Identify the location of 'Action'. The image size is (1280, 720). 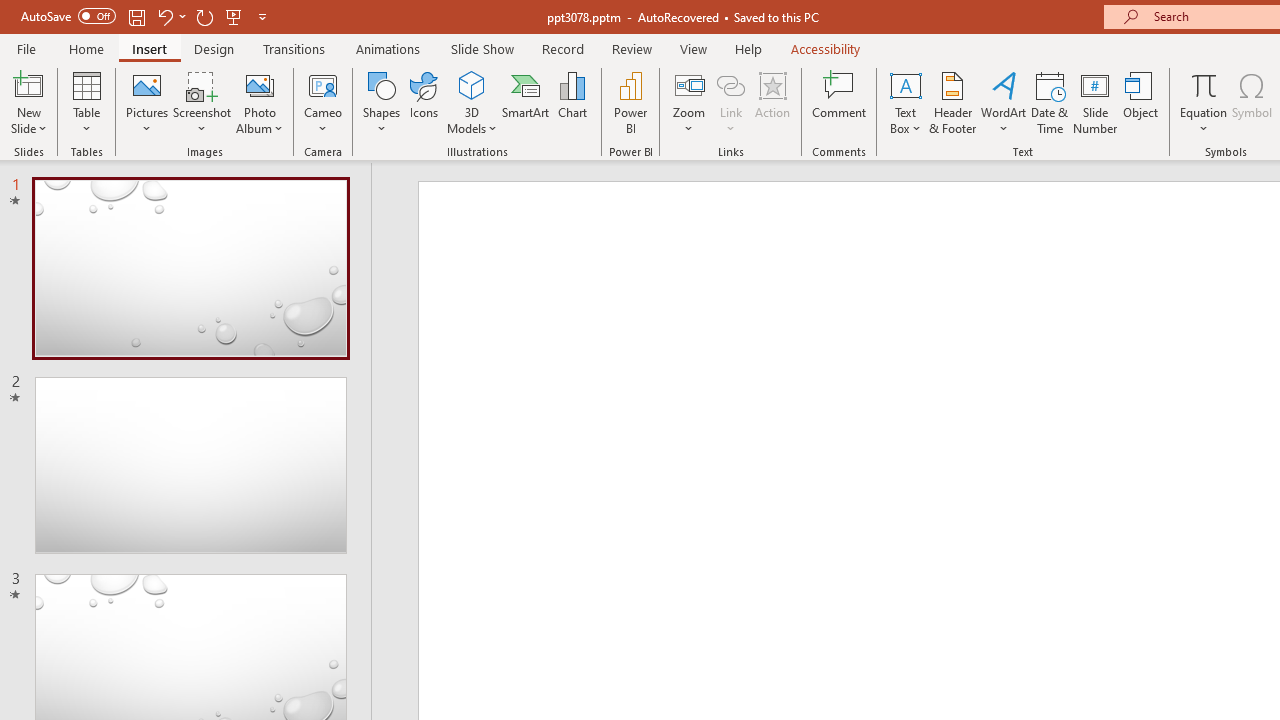
(772, 103).